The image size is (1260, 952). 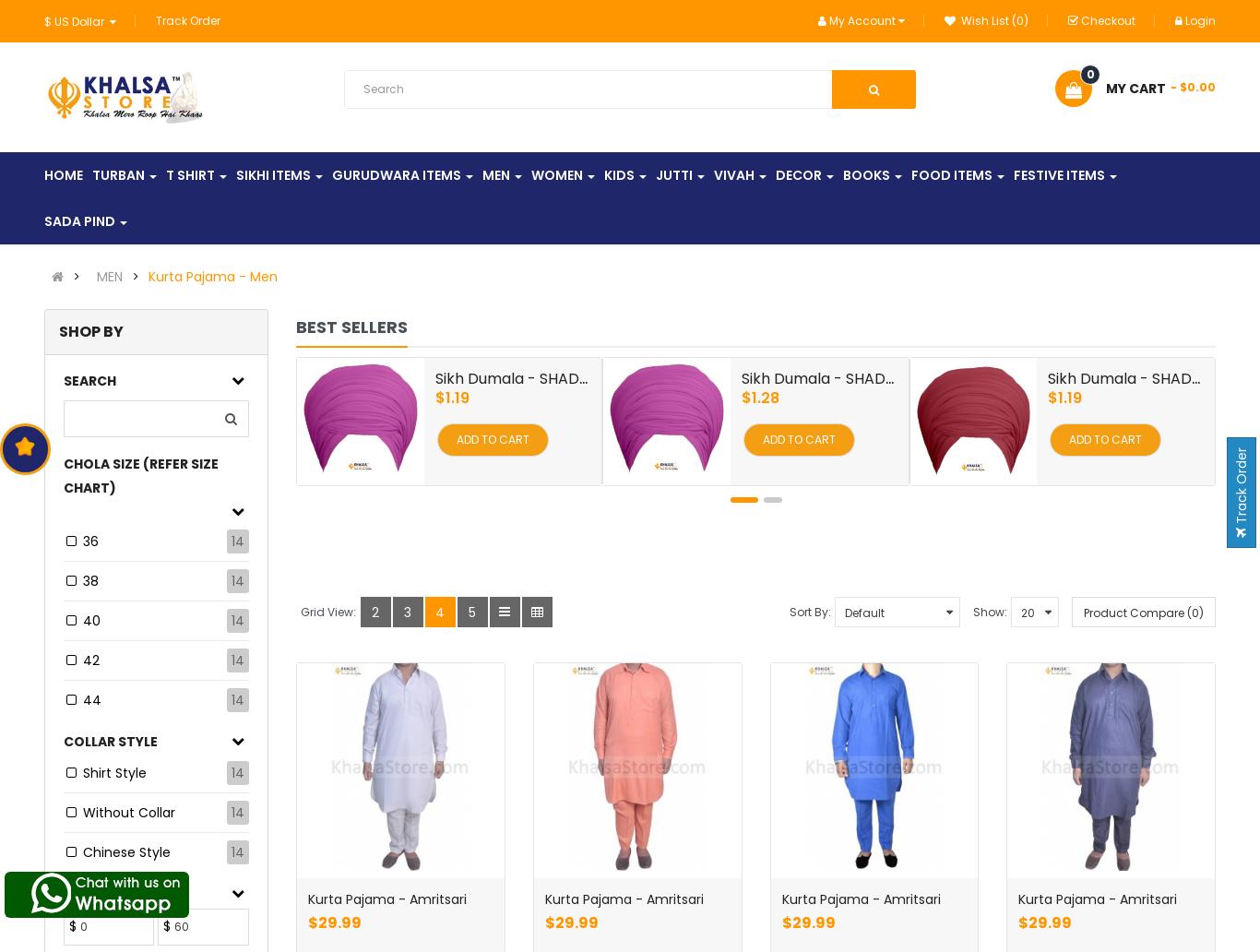 I want to click on '36', so click(x=89, y=541).